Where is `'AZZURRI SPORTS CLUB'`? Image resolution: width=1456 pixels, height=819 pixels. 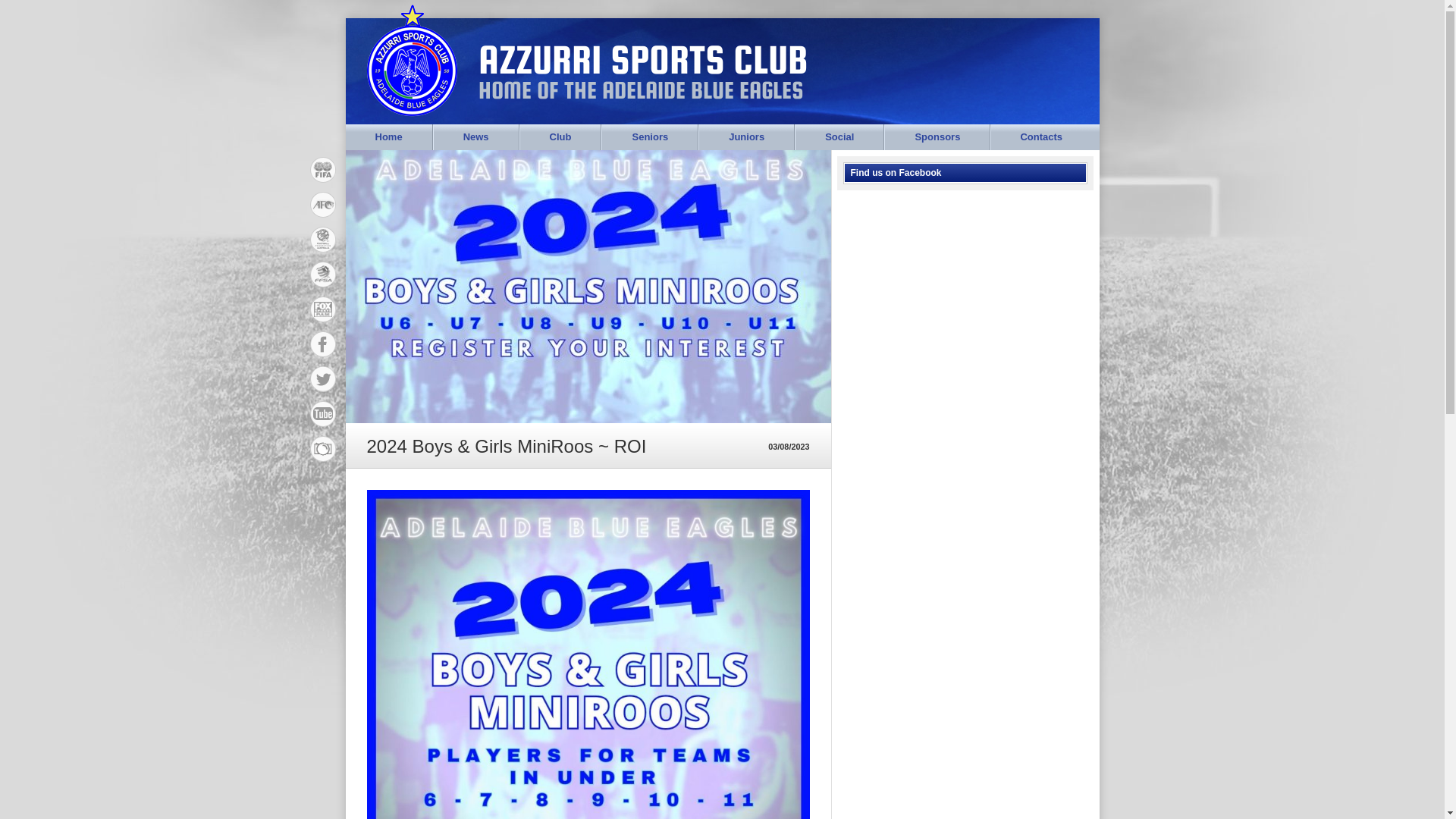
'AZZURRI SPORTS CLUB' is located at coordinates (636, 58).